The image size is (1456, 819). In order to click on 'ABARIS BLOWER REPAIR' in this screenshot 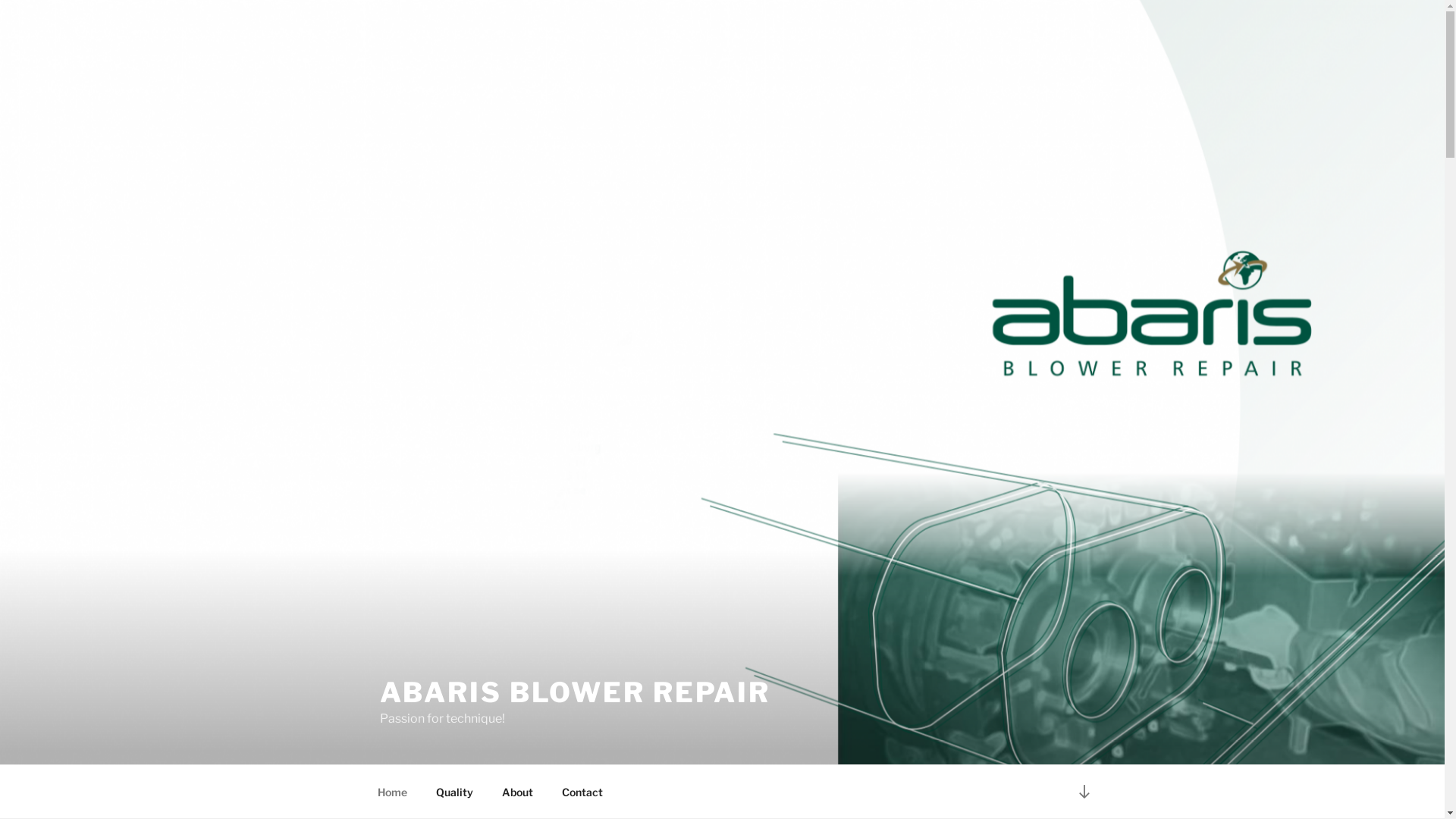, I will do `click(574, 692)`.